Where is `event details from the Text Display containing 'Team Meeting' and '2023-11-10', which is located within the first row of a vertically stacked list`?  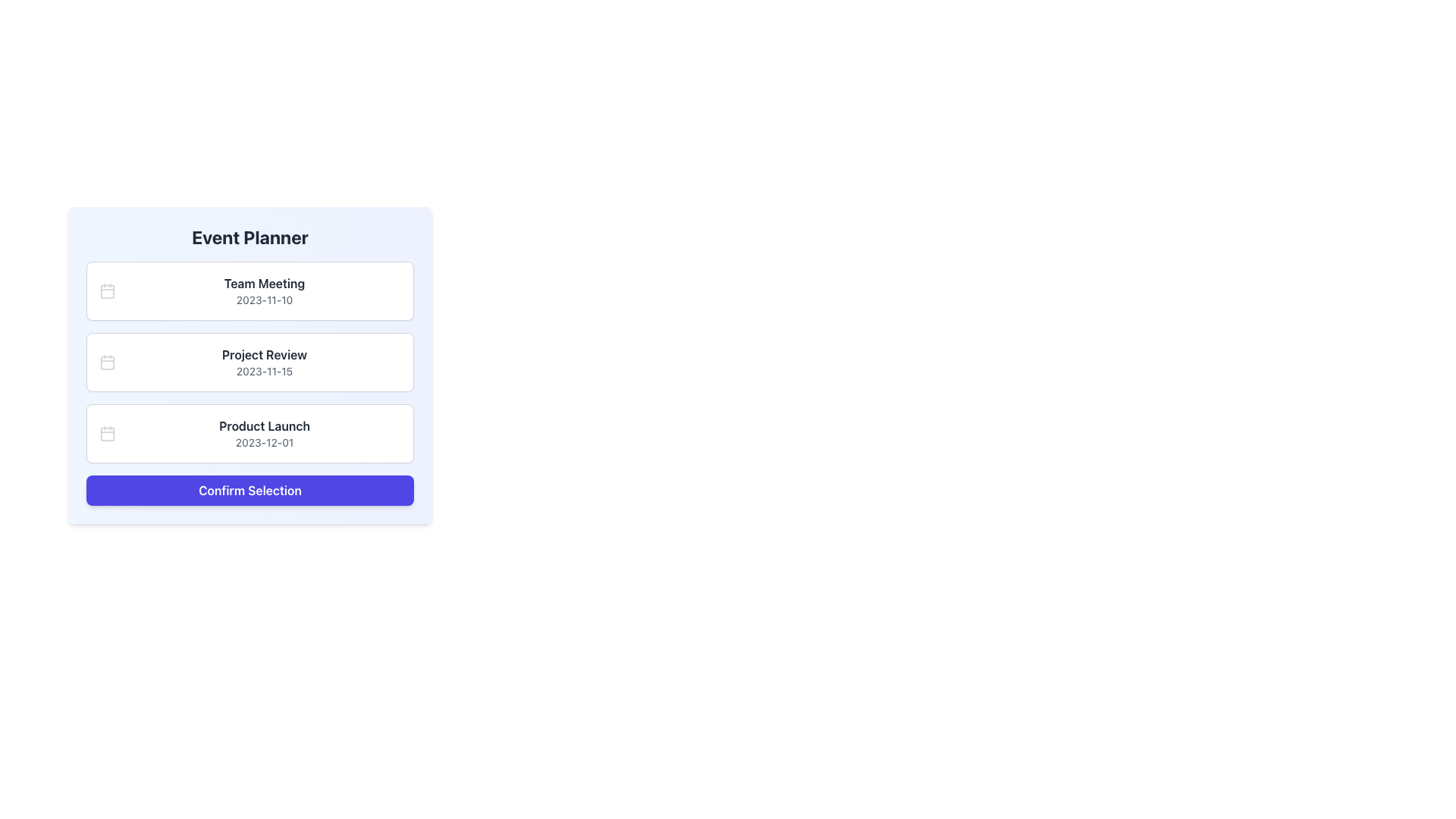
event details from the Text Display containing 'Team Meeting' and '2023-11-10', which is located within the first row of a vertically stacked list is located at coordinates (265, 291).